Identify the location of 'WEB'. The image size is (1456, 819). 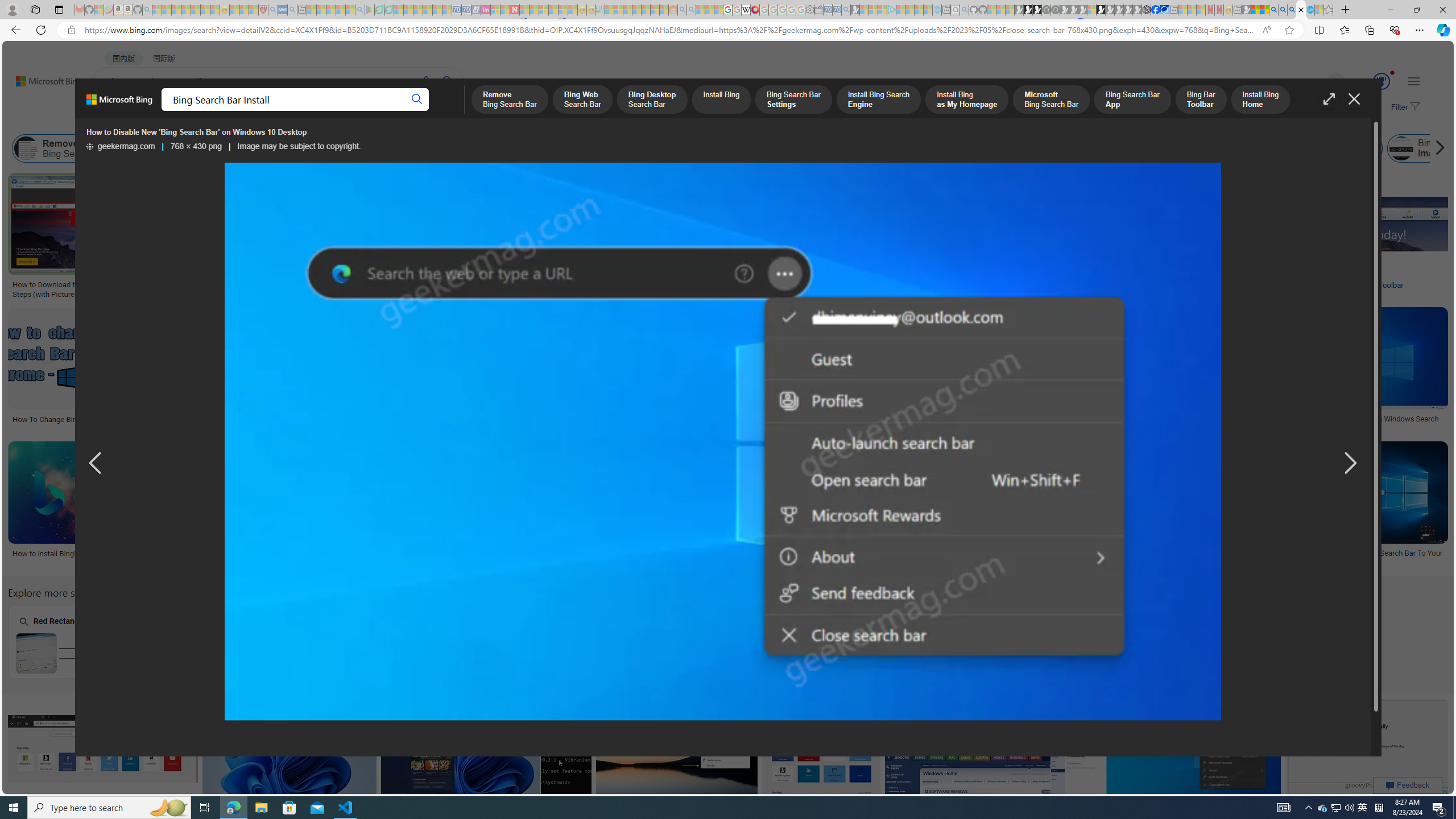
(113, 111).